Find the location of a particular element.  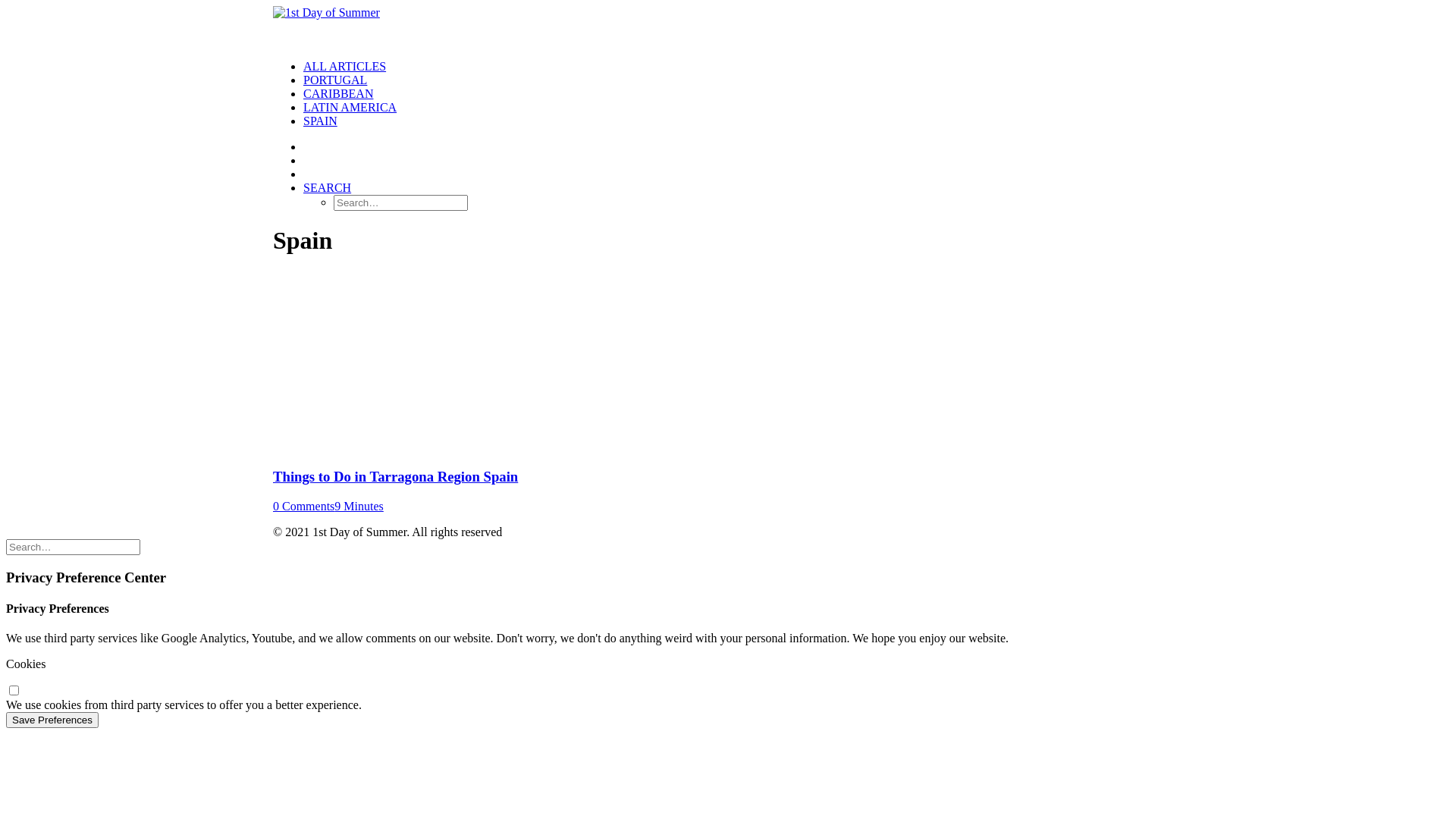

'PORTUGAL' is located at coordinates (334, 80).